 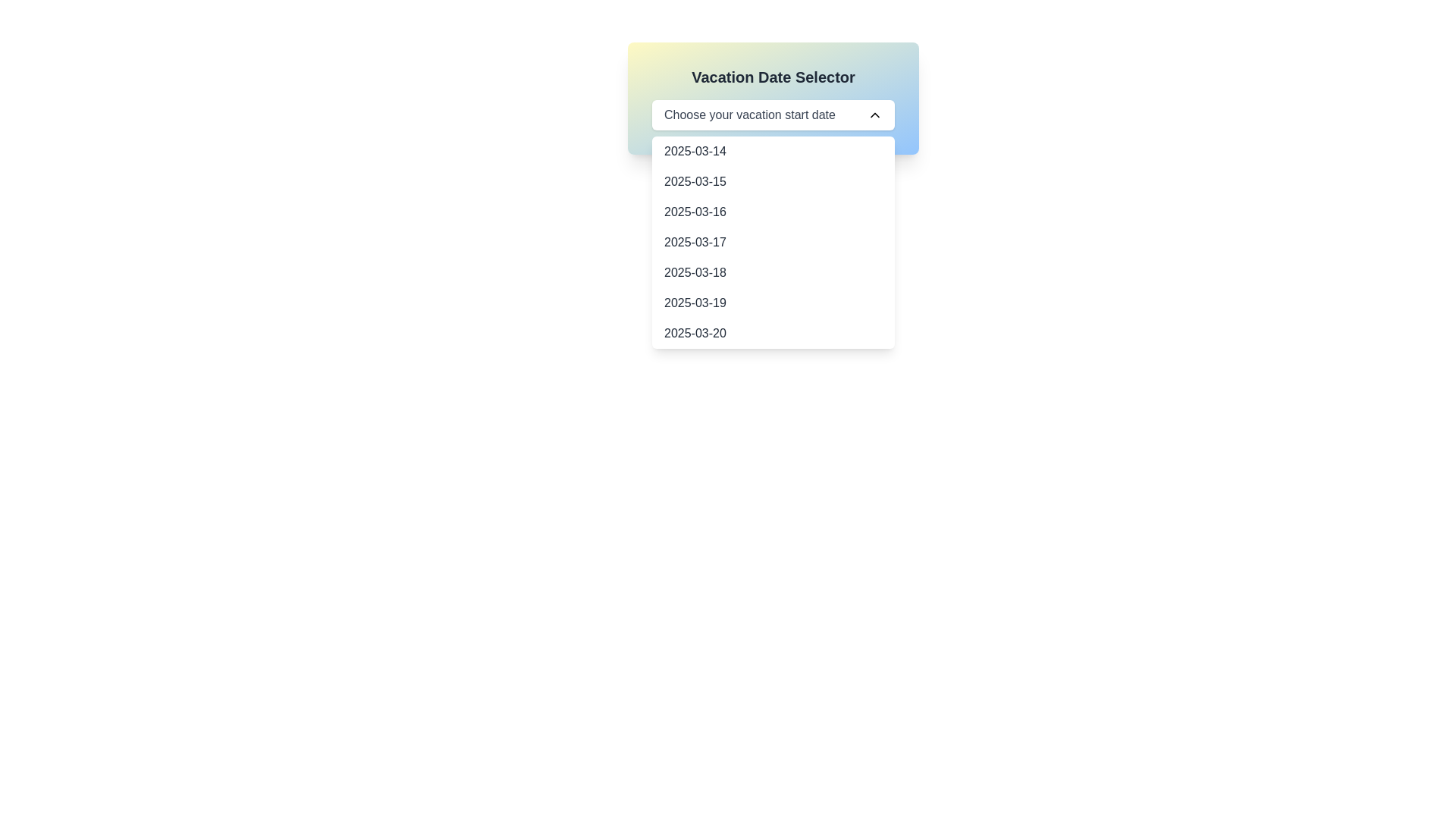 I want to click on the dropdown option containing the date '2025-03-16', so click(x=773, y=212).